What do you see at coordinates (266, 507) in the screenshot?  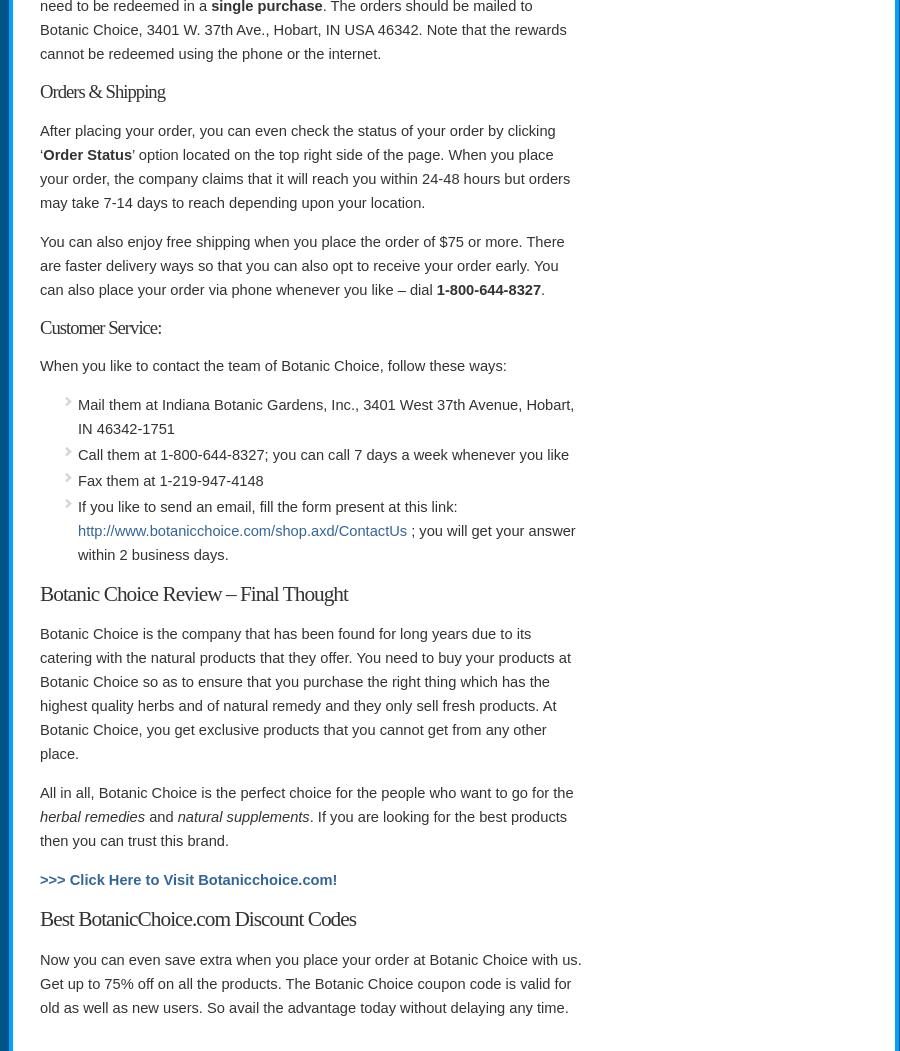 I see `'If you like to send an email, fill the form present at this link:'` at bounding box center [266, 507].